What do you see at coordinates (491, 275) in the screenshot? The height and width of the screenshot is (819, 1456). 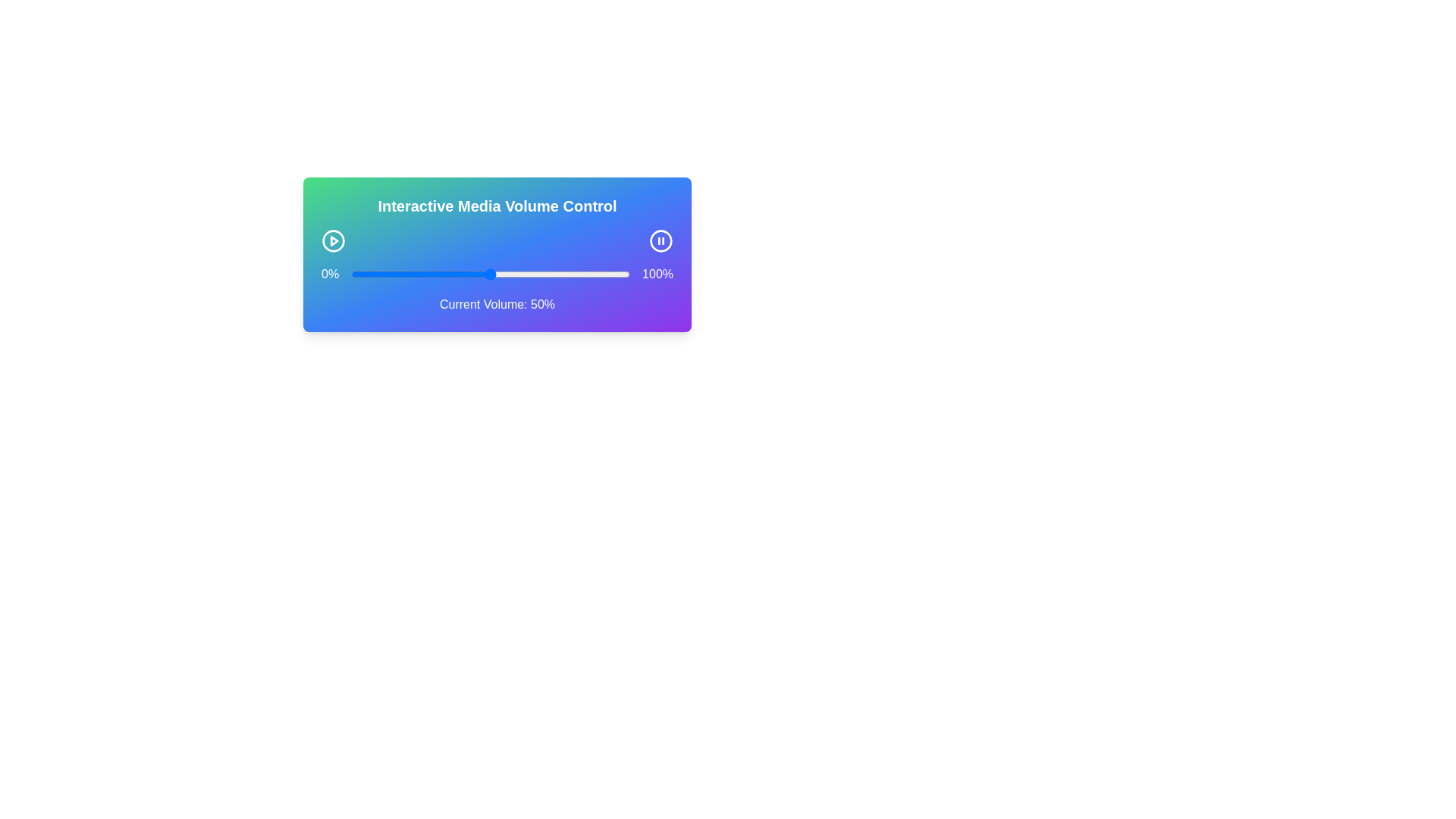 I see `the volume slider to 50%` at bounding box center [491, 275].